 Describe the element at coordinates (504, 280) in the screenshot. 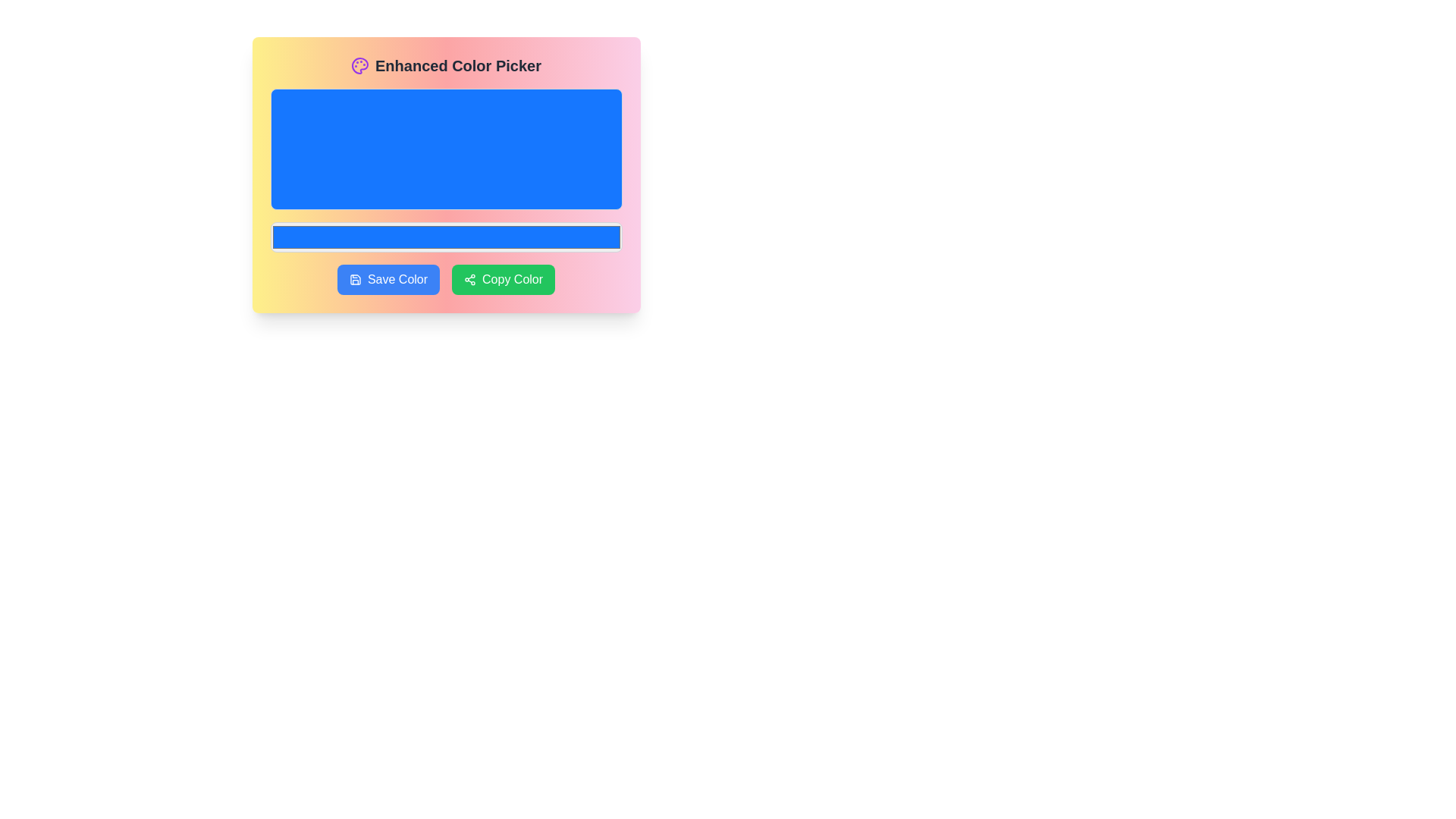

I see `the 'Copy Color' button located at the bottom-right of the color picker interface to provide interaction feedback` at that location.